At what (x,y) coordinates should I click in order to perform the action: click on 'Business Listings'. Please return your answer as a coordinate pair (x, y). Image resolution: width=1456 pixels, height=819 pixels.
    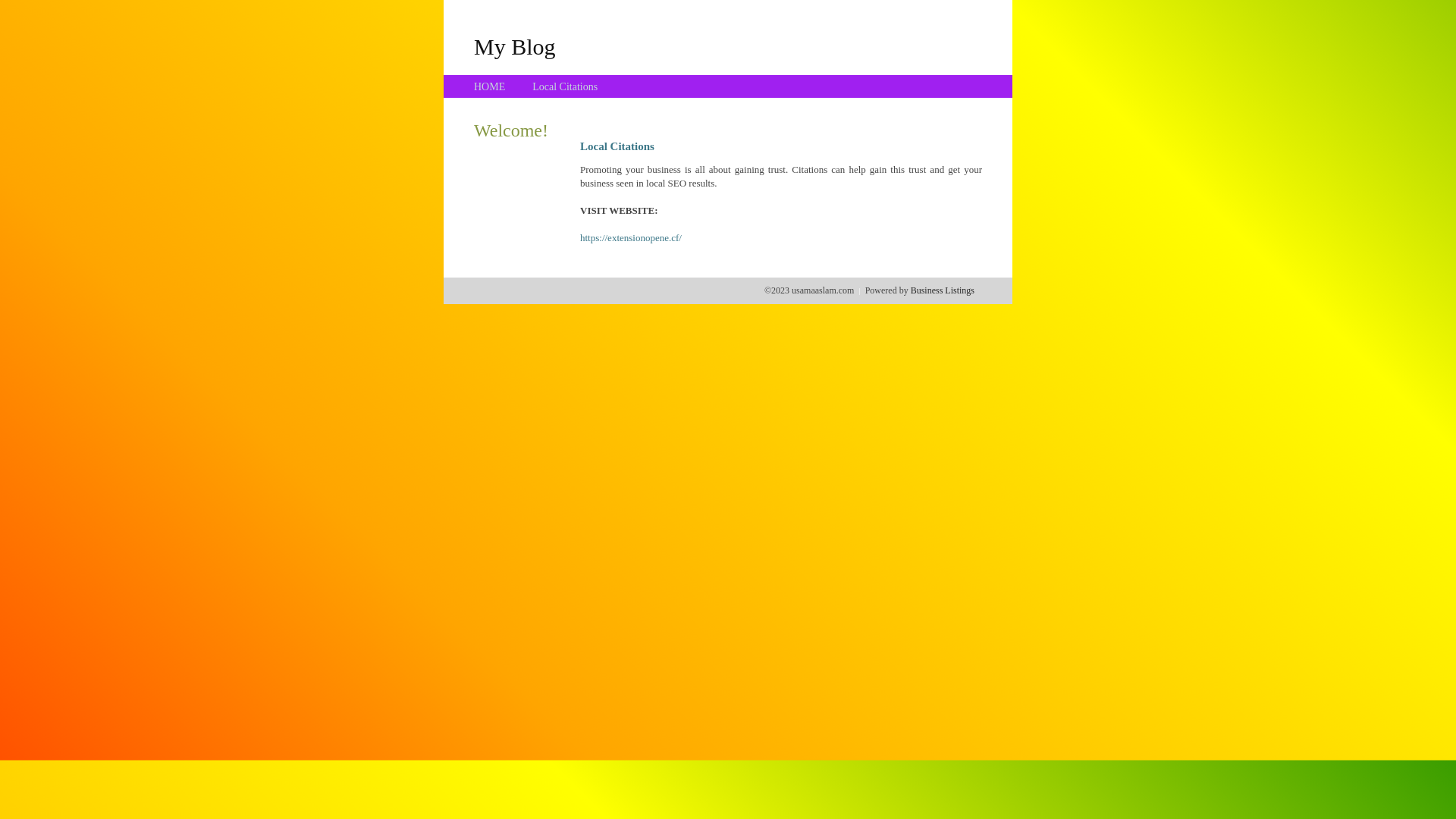
    Looking at the image, I should click on (910, 290).